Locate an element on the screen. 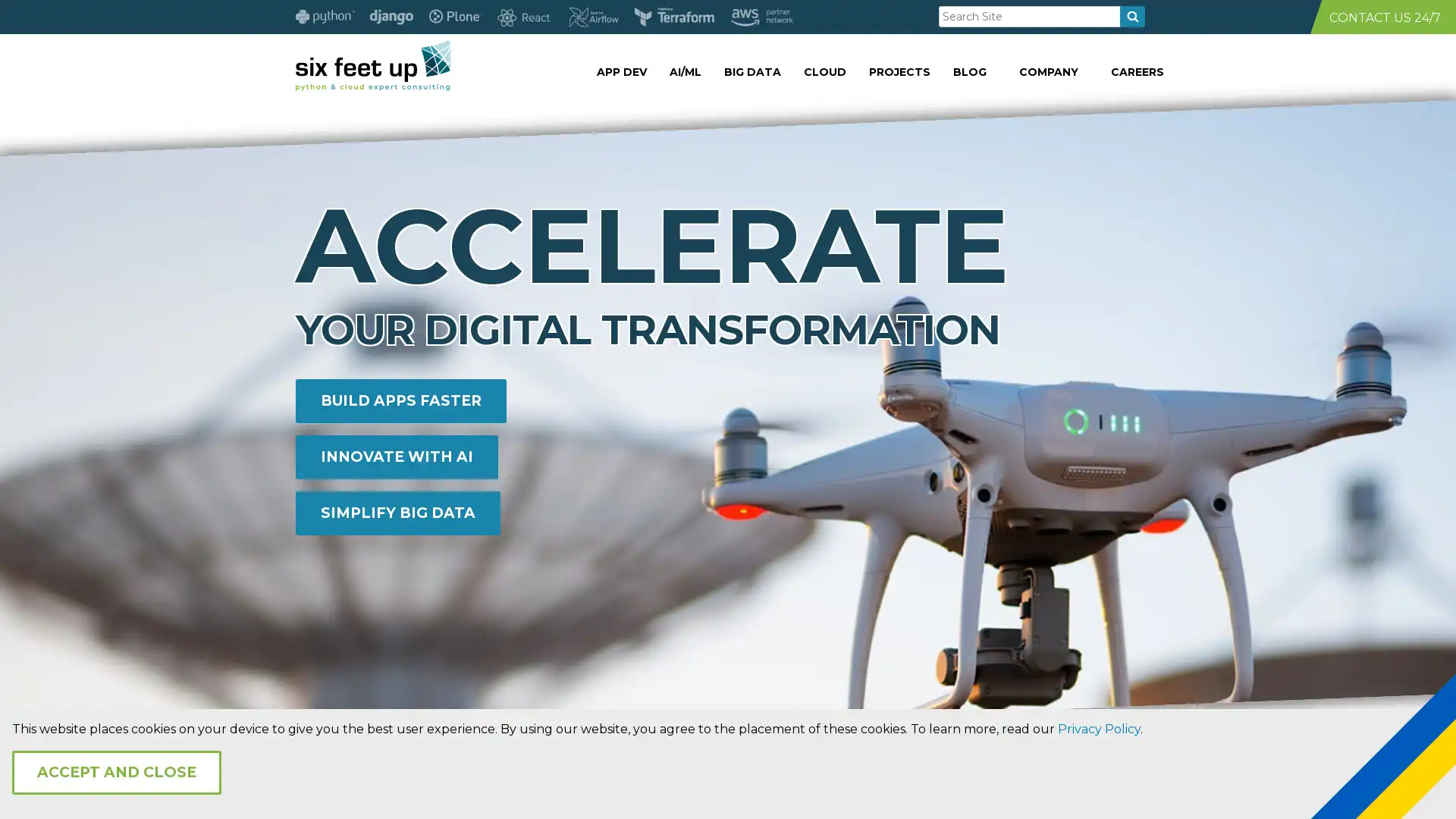 This screenshot has height=819, width=1456. Blog is located at coordinates (1163, 70).